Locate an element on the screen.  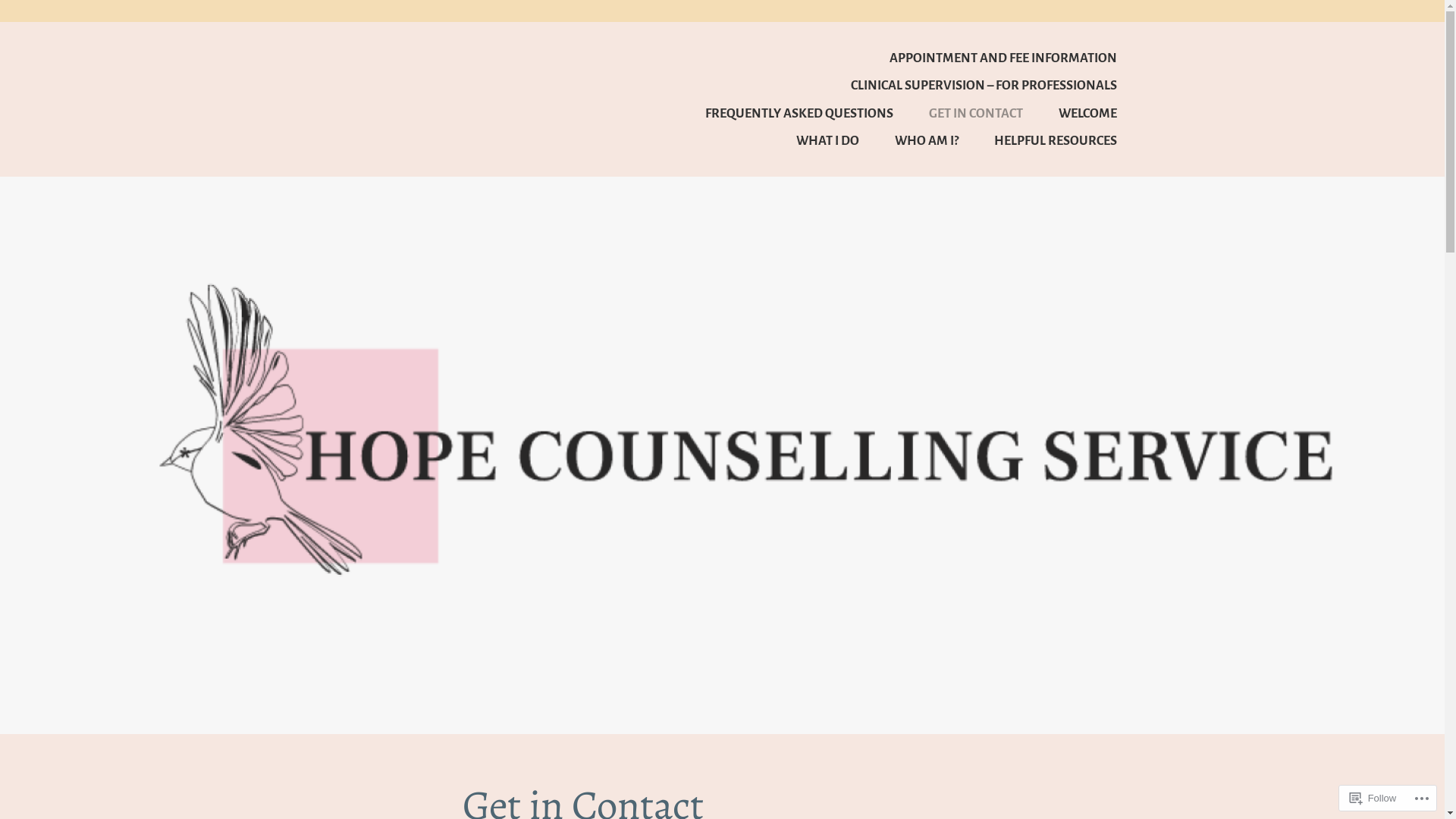
'APPOINTMENT AND FEE INFORMATION' is located at coordinates (986, 57).